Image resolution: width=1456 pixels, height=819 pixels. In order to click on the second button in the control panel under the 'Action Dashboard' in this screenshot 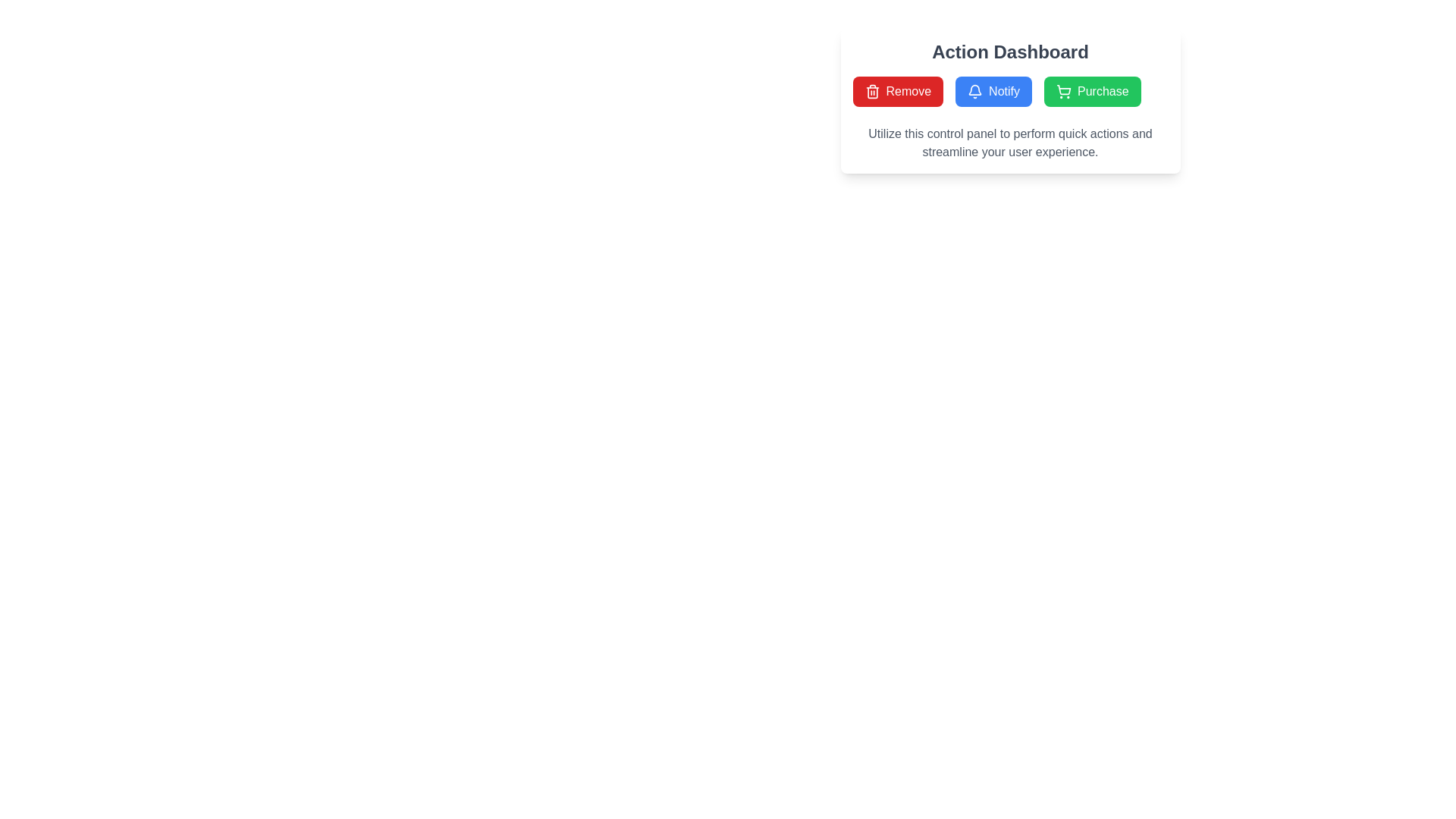, I will do `click(1010, 91)`.